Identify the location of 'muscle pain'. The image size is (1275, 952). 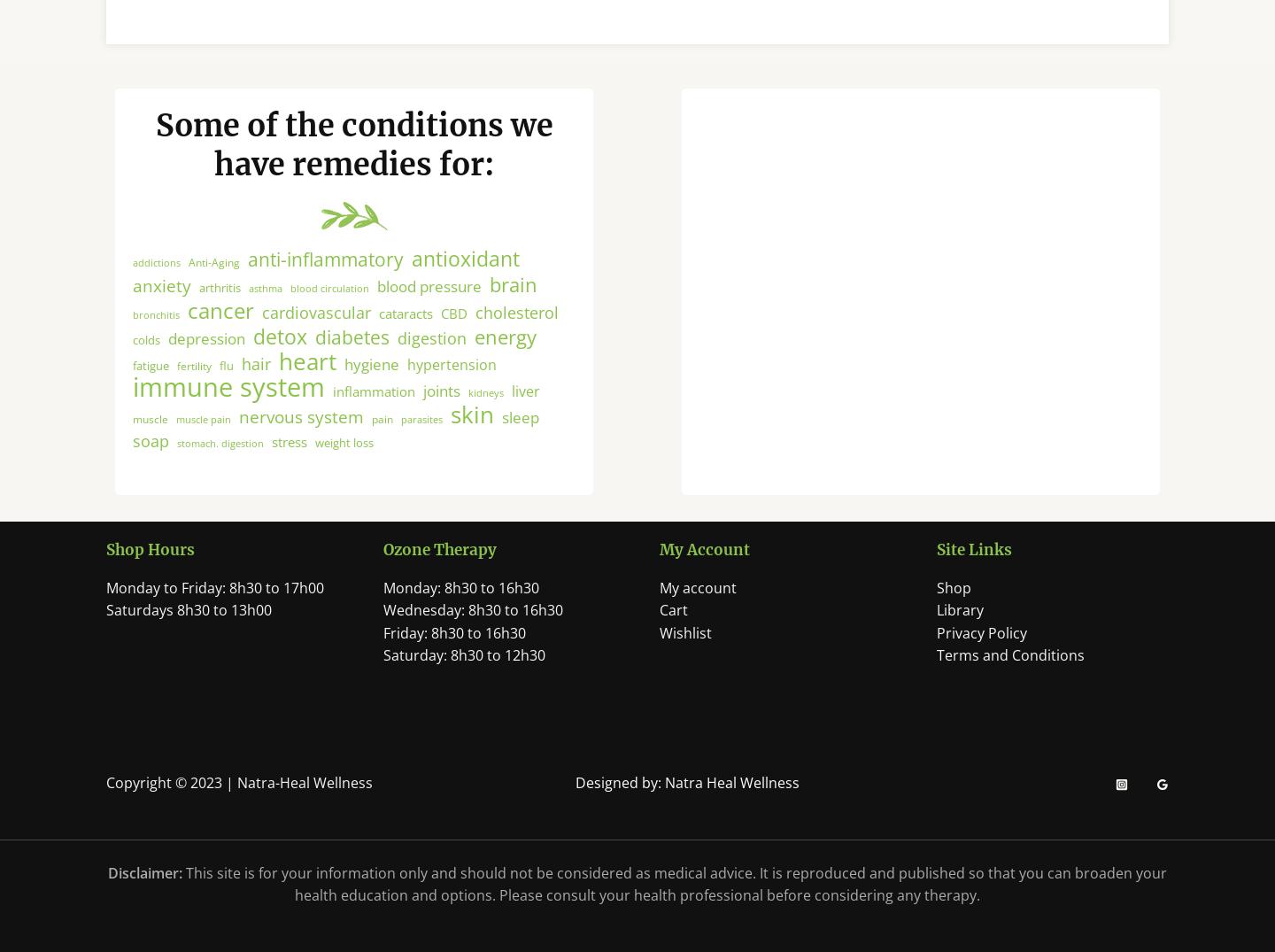
(203, 440).